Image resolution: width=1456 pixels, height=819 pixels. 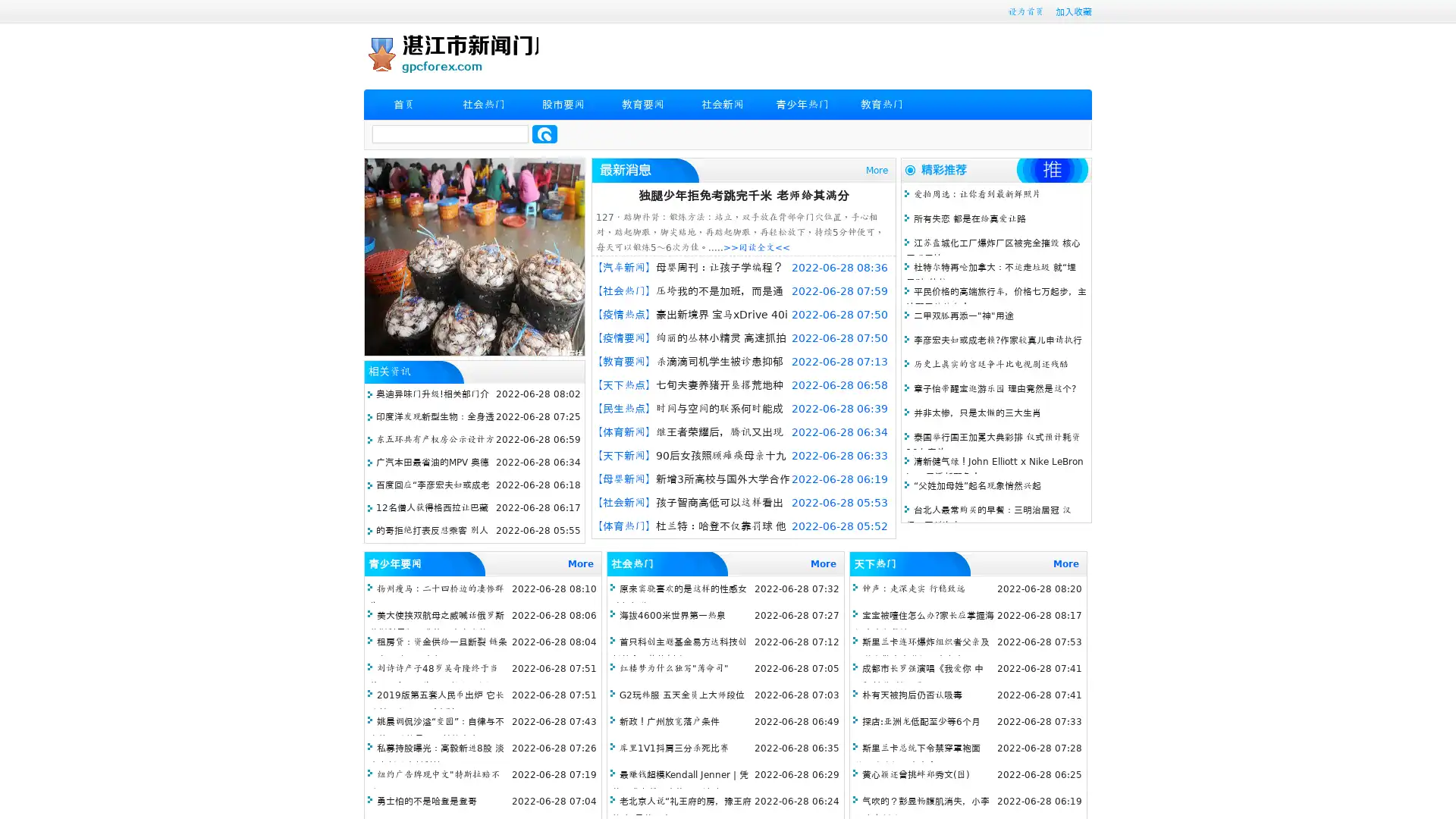 What do you see at coordinates (544, 133) in the screenshot?
I see `Search` at bounding box center [544, 133].